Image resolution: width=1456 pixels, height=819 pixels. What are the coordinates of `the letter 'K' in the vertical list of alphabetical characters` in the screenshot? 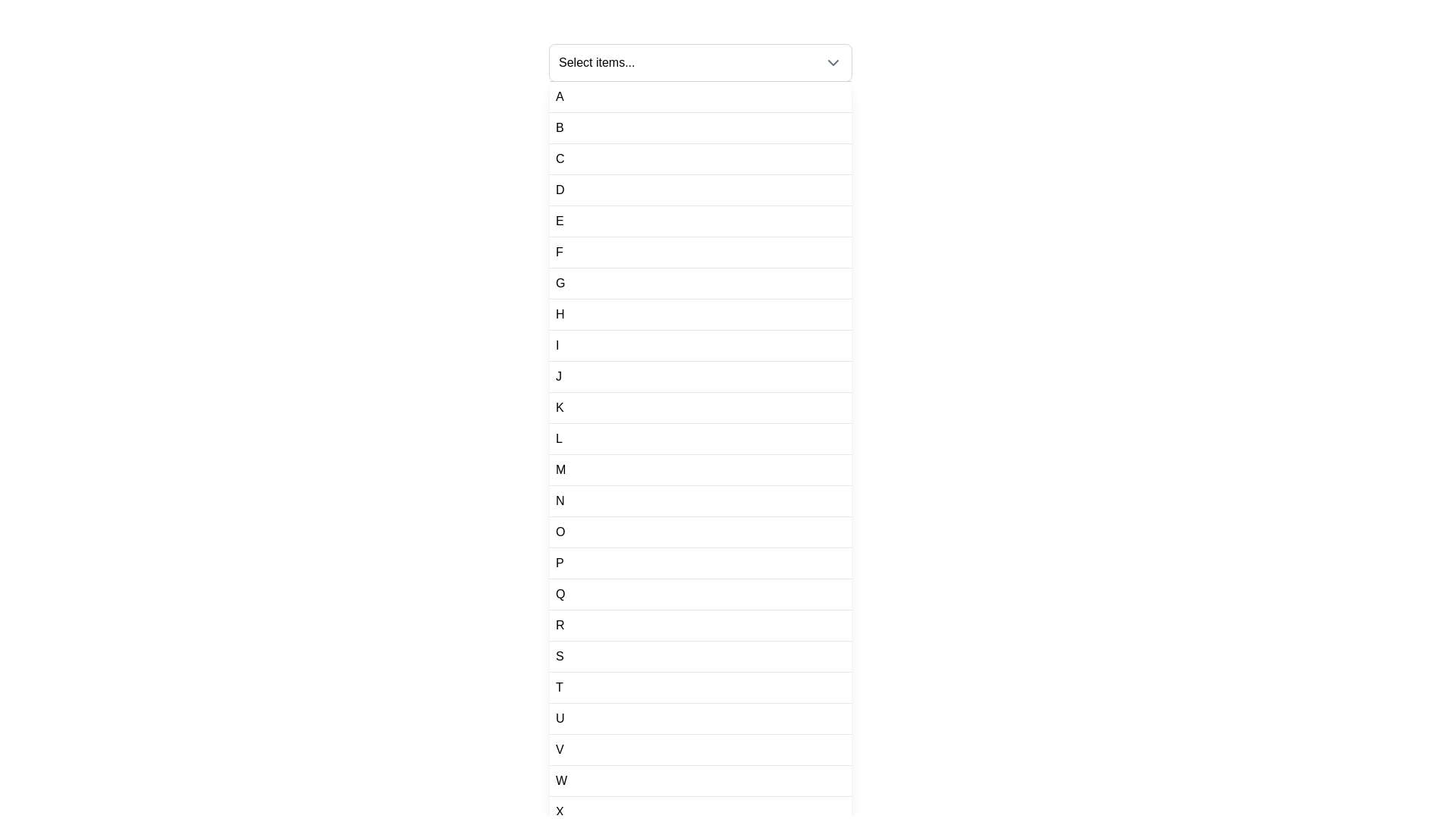 It's located at (559, 406).